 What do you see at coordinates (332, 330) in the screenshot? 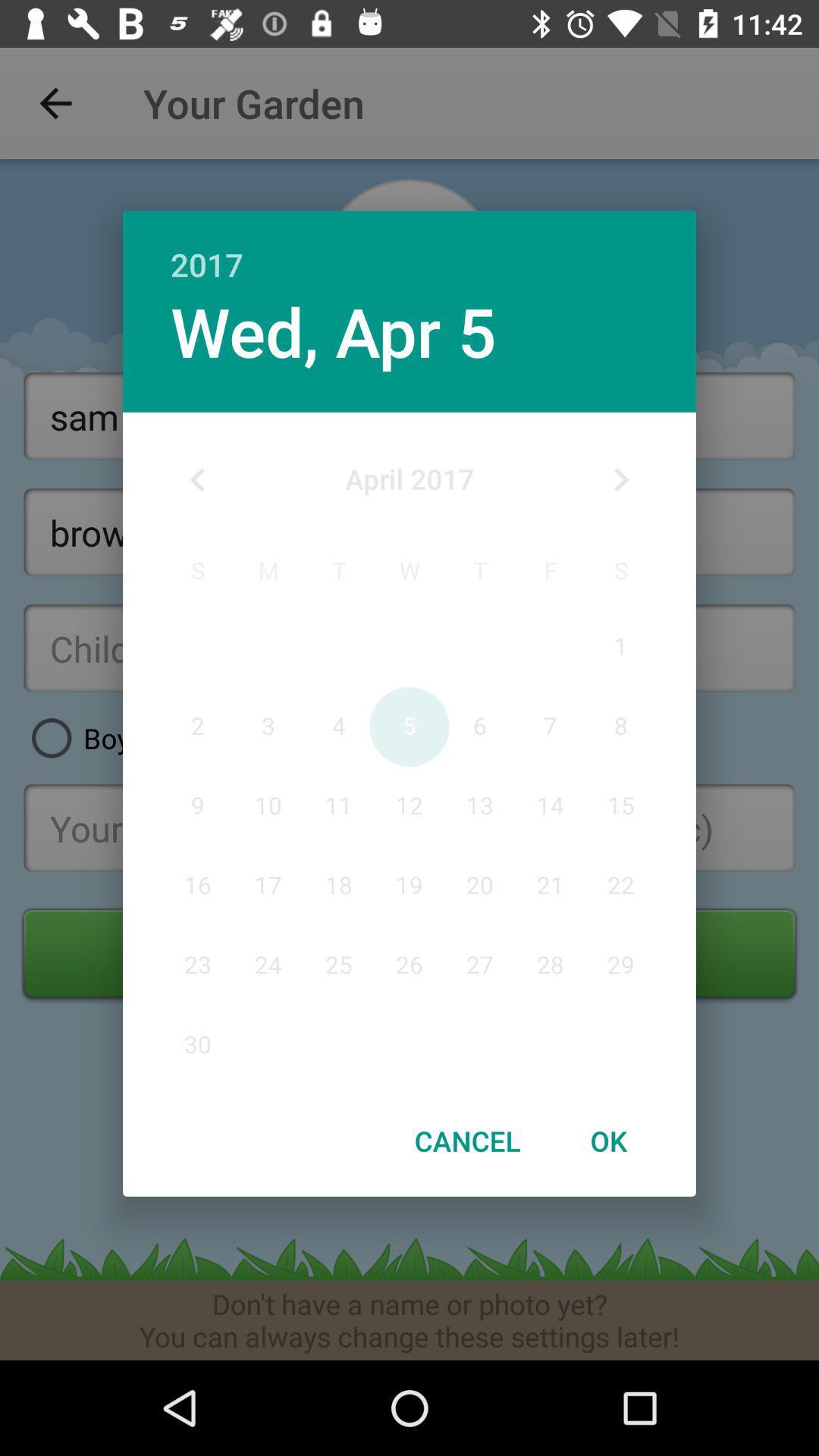
I see `wed, apr 5 item` at bounding box center [332, 330].